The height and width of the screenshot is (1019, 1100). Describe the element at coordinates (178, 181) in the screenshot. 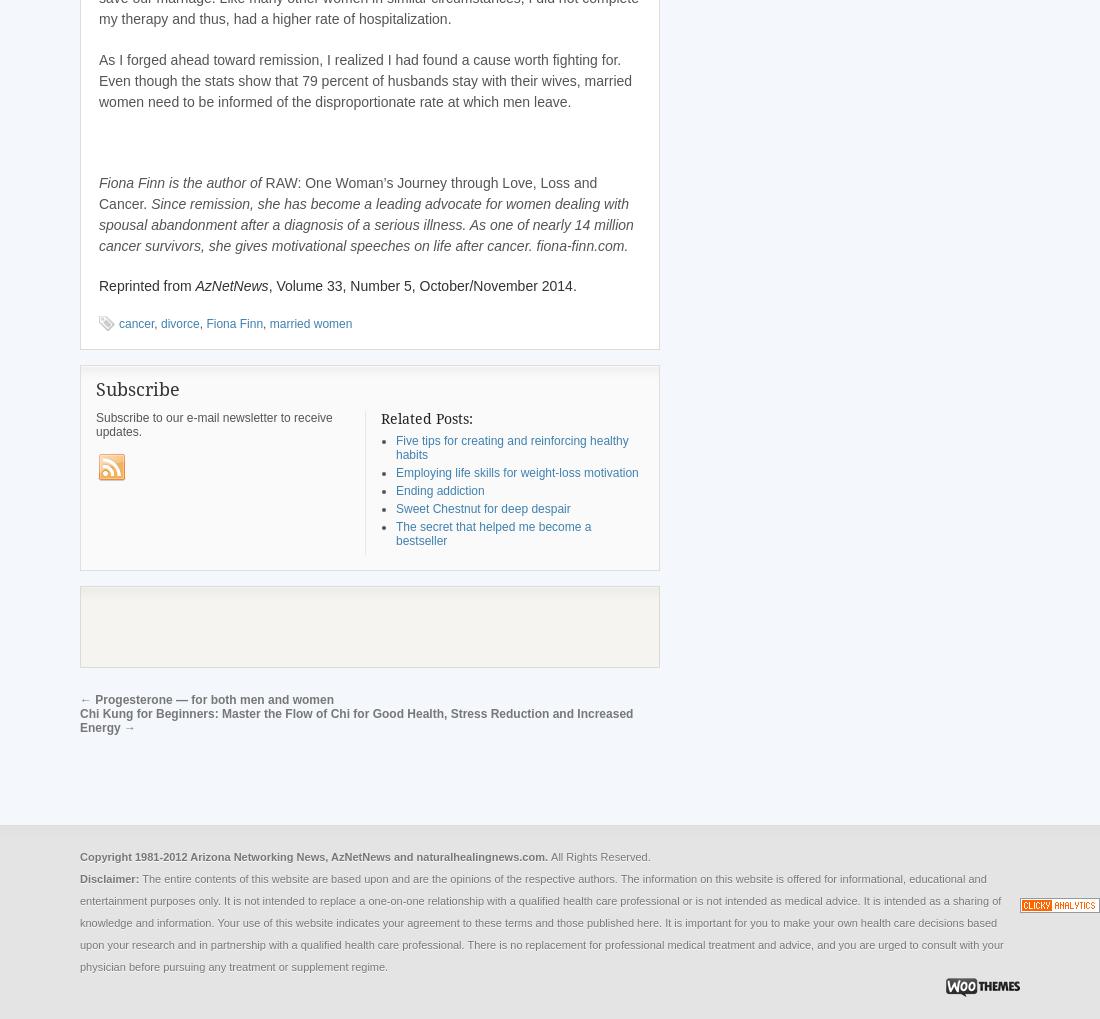

I see `'Fiona Finn is the author of'` at that location.